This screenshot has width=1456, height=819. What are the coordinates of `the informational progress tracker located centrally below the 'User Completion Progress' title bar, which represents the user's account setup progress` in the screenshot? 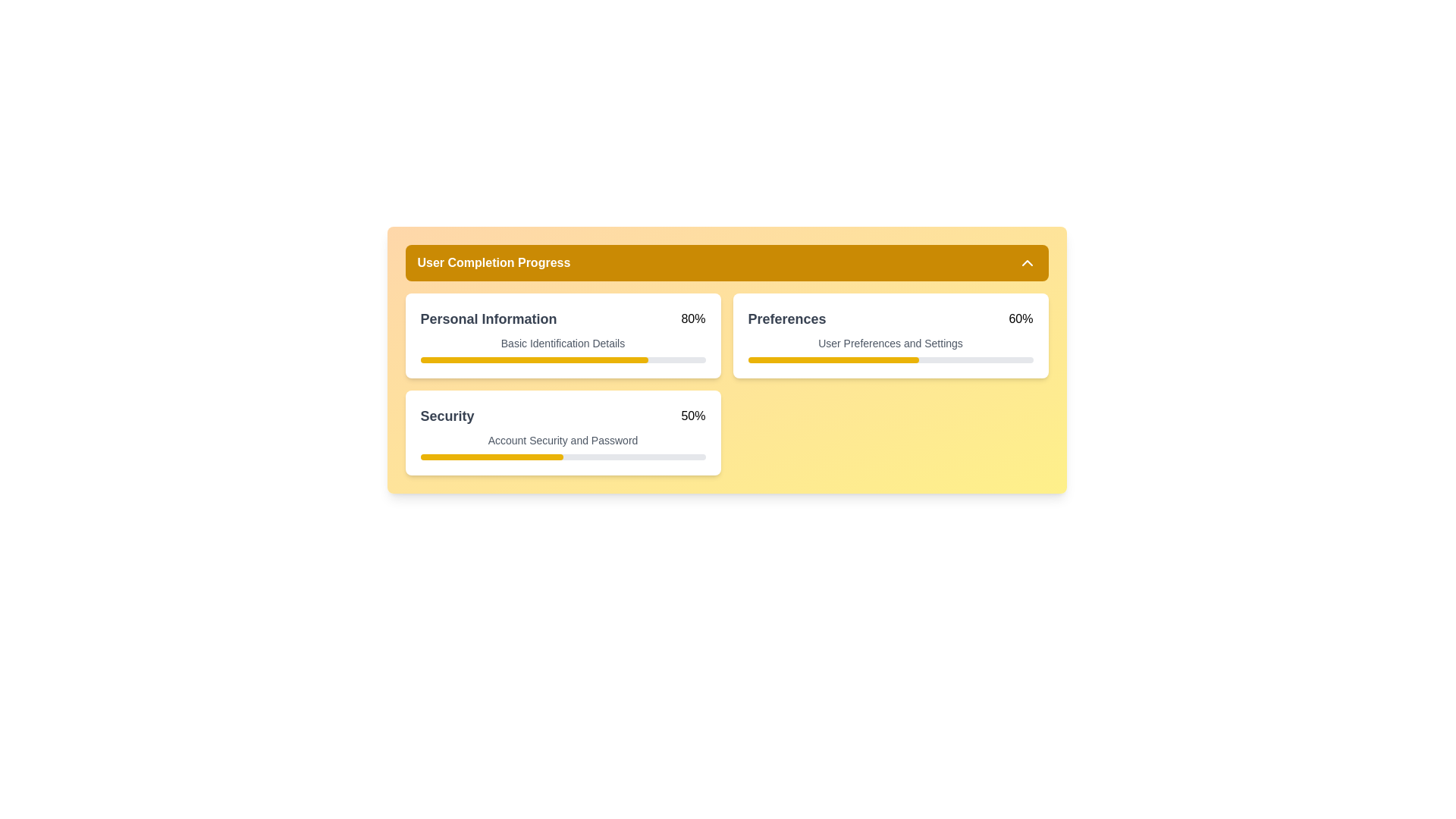 It's located at (726, 359).